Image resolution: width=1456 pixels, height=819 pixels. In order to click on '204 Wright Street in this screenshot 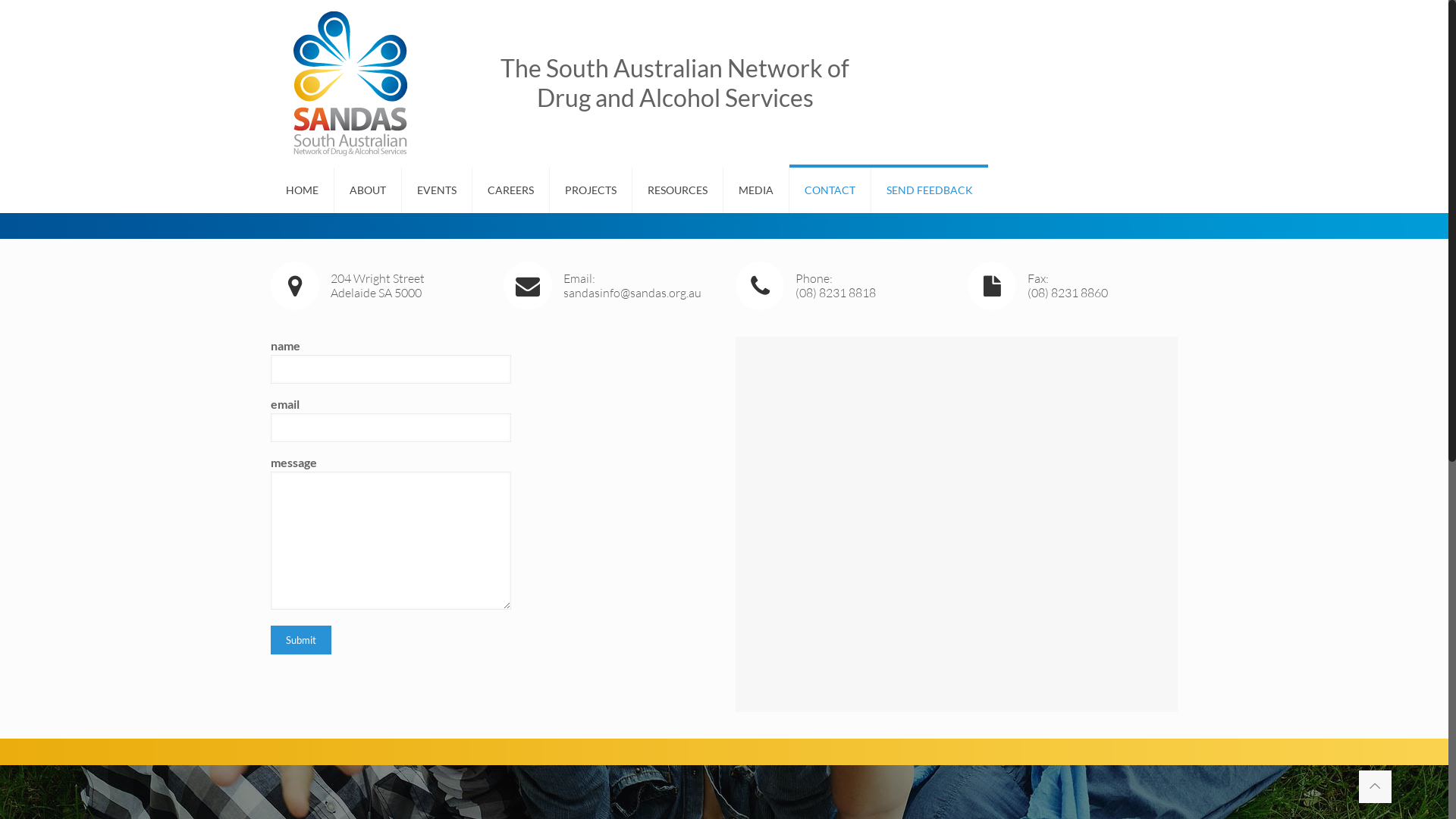, I will do `click(375, 286)`.